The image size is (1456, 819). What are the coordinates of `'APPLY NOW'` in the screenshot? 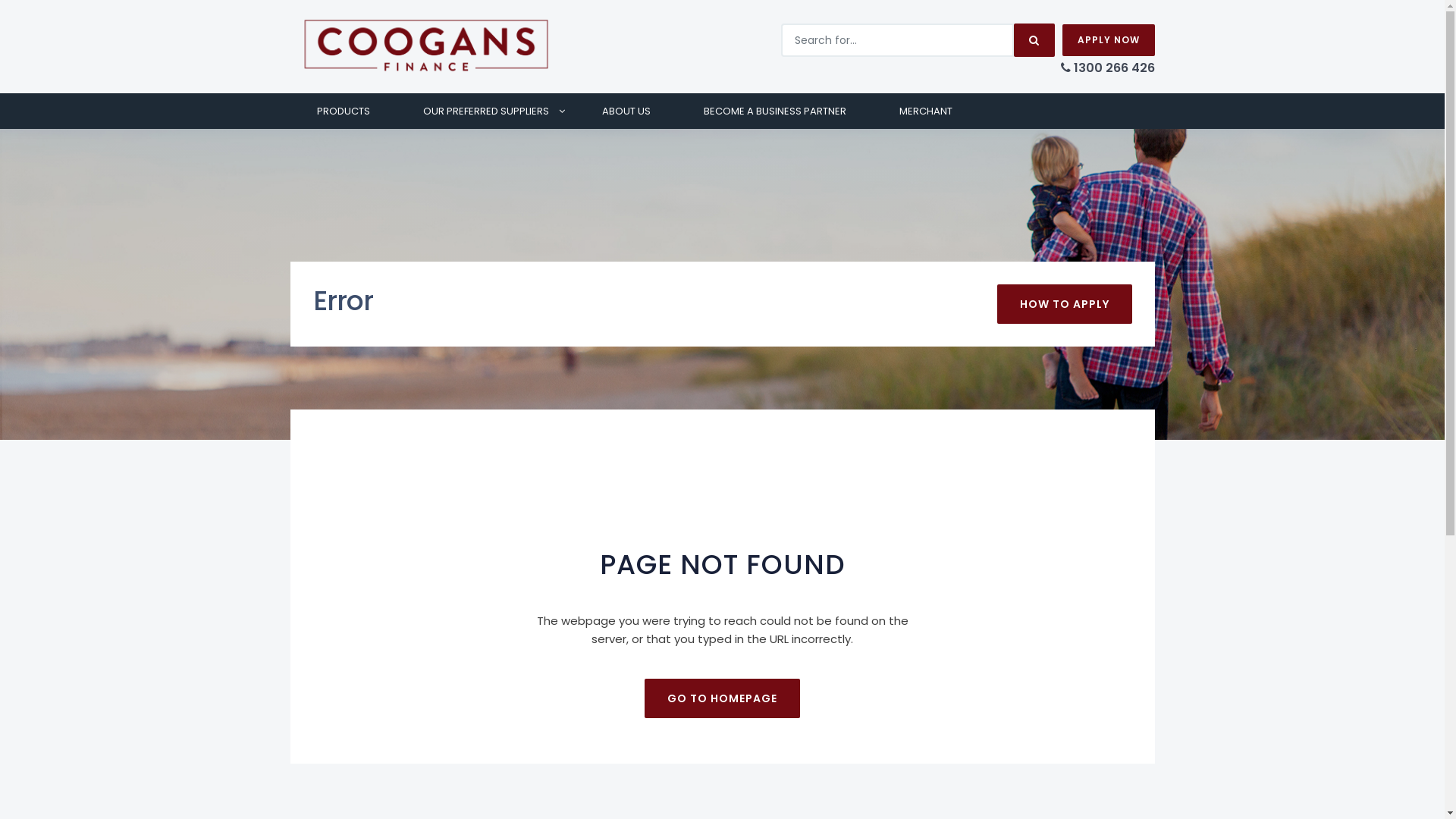 It's located at (1107, 39).